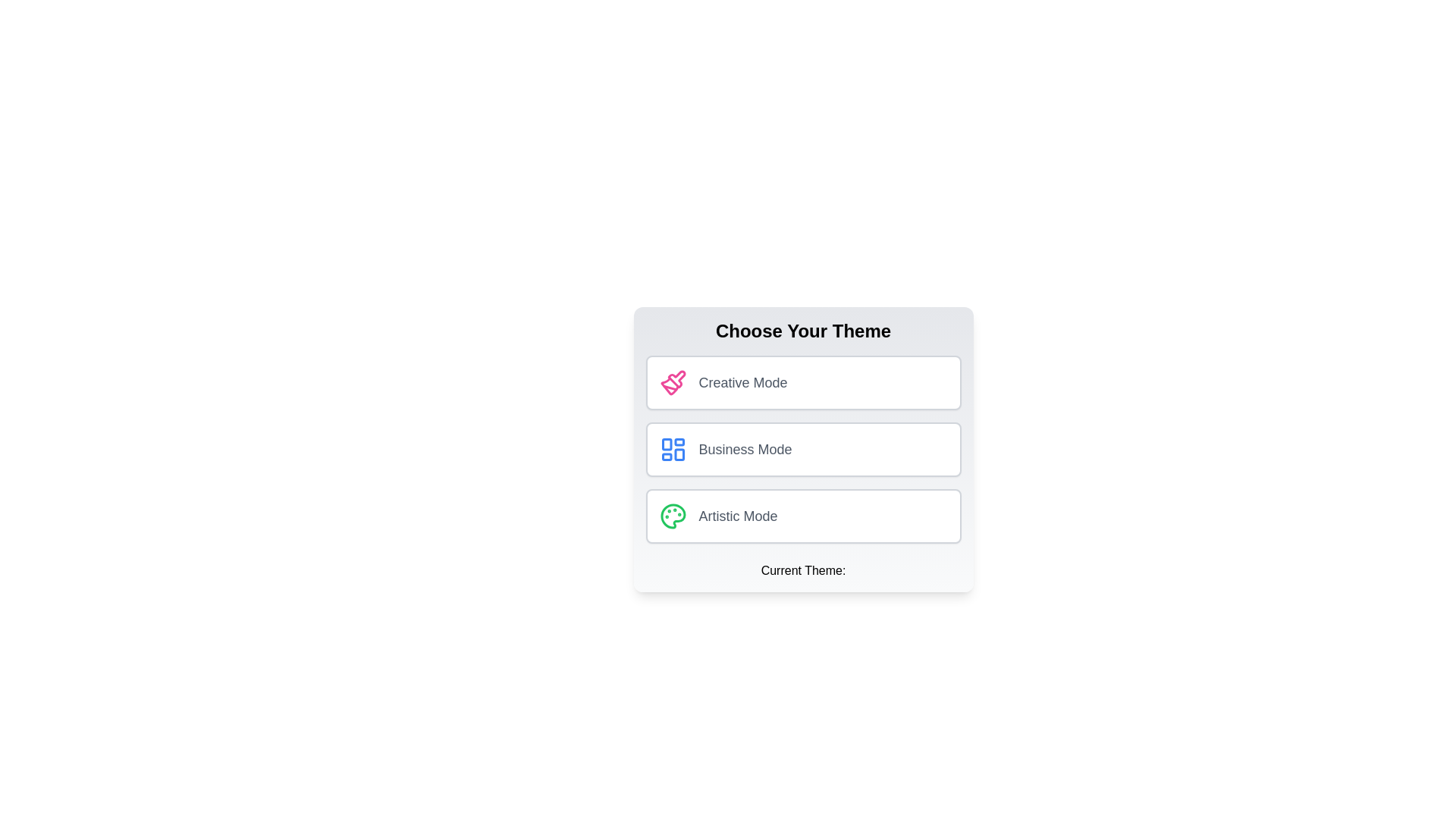  I want to click on the button corresponding to the selected theme: Creative Mode, so click(802, 382).